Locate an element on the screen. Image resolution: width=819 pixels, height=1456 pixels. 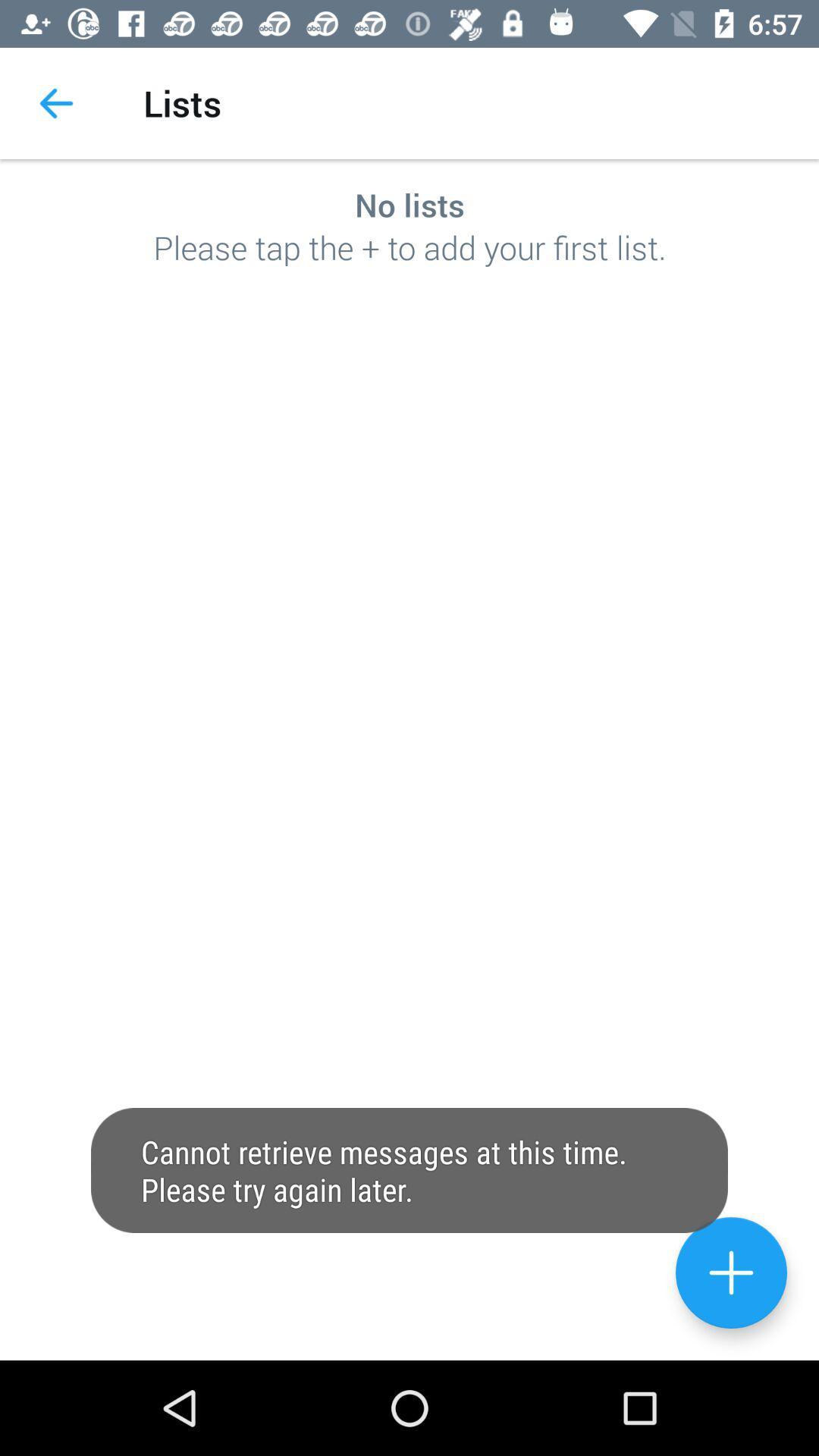
add option is located at coordinates (730, 1272).